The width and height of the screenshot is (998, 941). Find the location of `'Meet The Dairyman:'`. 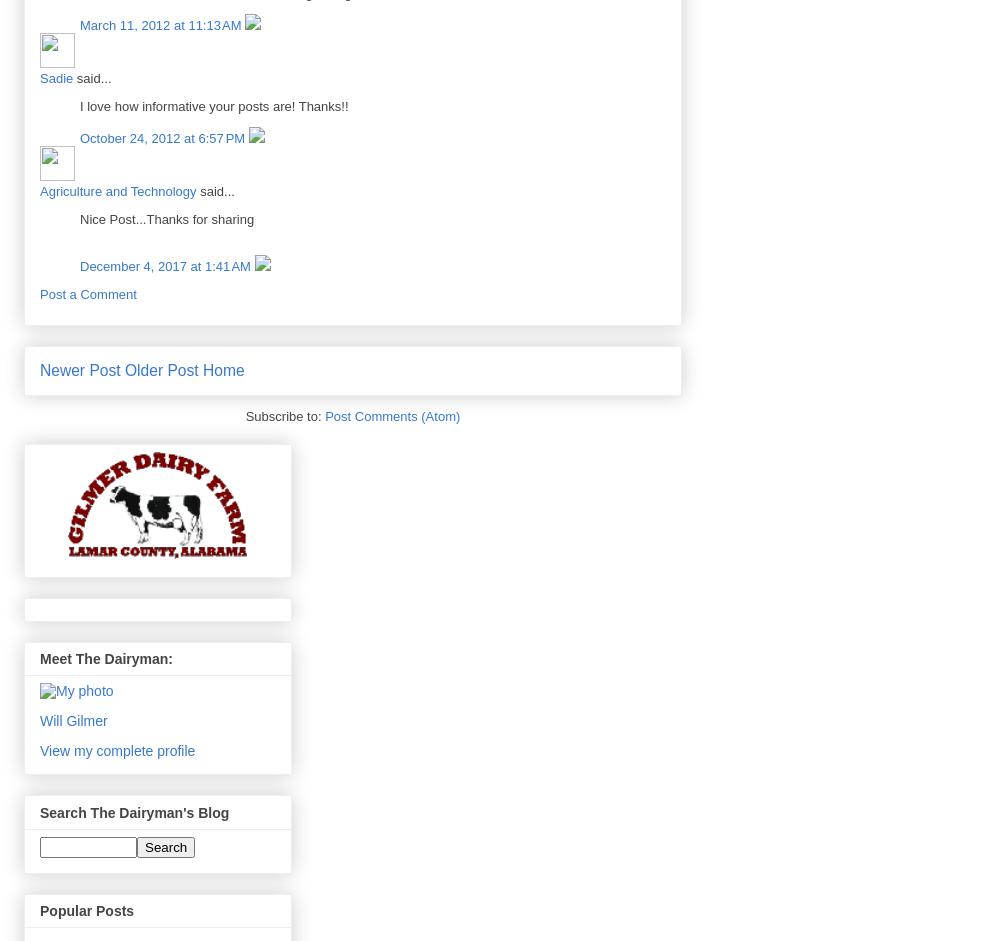

'Meet The Dairyman:' is located at coordinates (106, 657).